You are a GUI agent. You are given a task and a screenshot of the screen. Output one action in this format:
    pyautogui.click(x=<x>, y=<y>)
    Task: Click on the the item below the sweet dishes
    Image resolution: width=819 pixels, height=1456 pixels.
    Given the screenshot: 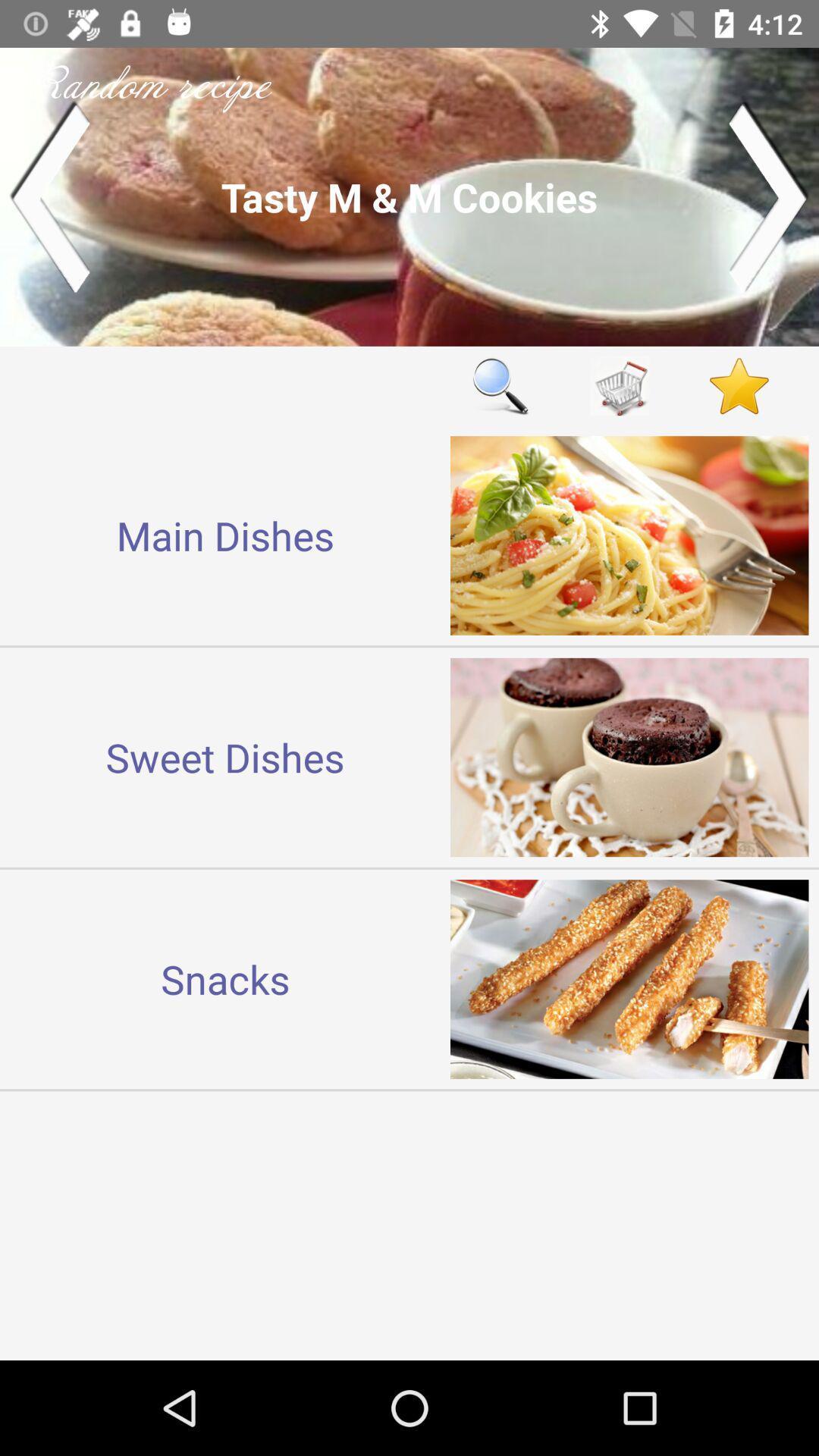 What is the action you would take?
    pyautogui.click(x=225, y=979)
    